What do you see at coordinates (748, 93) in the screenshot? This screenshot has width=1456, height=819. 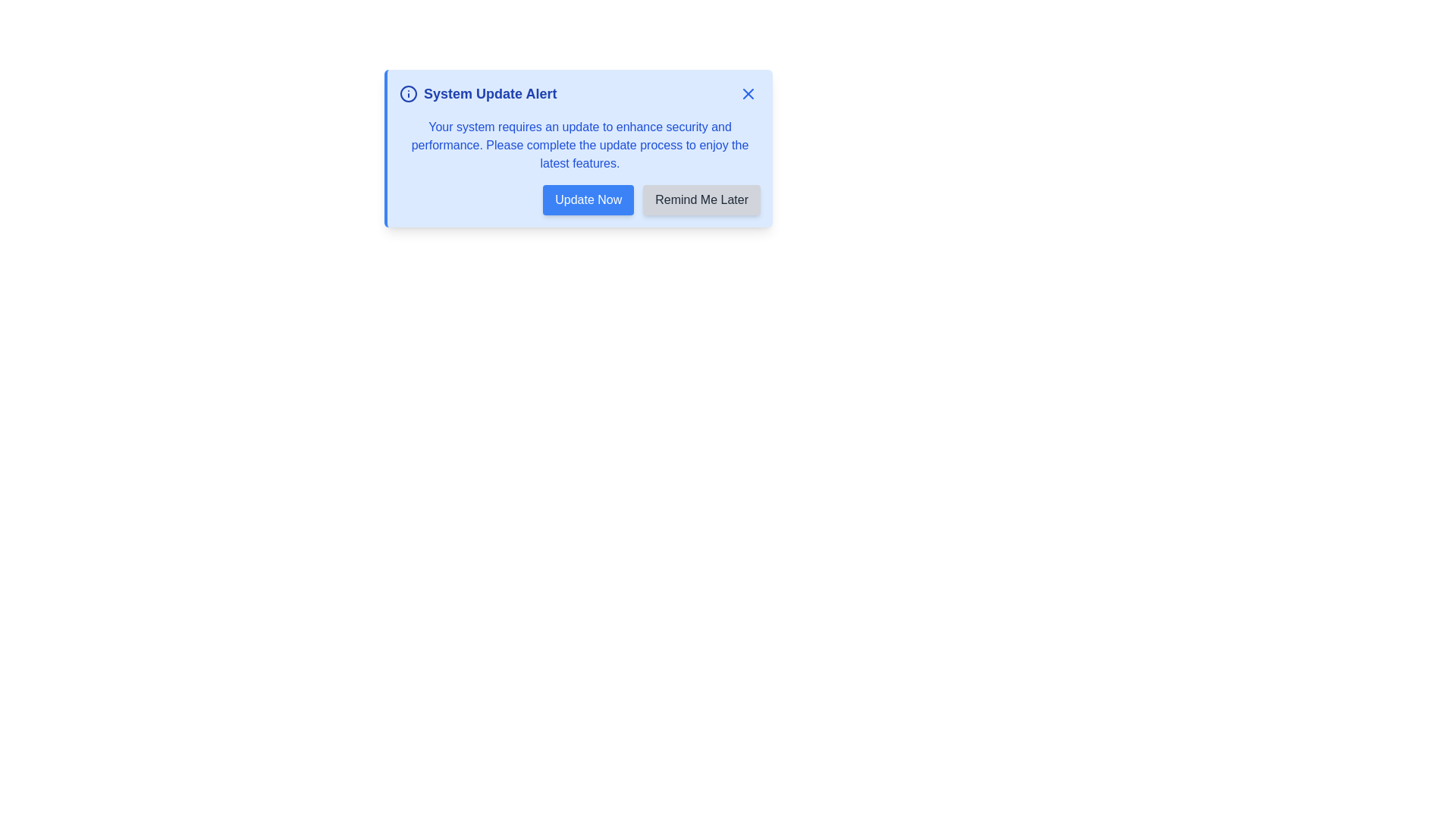 I see `the 'X' icon button located in the top-right corner of the alert` at bounding box center [748, 93].